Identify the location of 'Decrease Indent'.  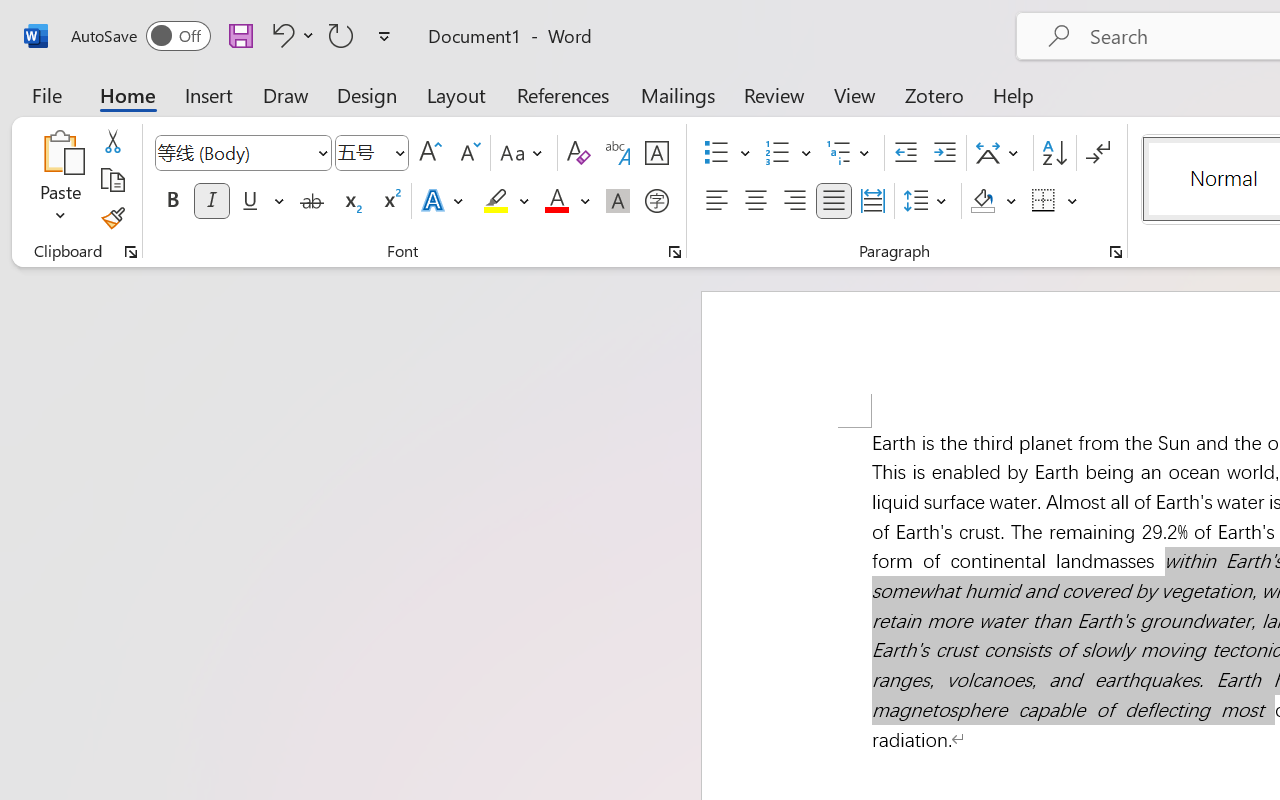
(905, 153).